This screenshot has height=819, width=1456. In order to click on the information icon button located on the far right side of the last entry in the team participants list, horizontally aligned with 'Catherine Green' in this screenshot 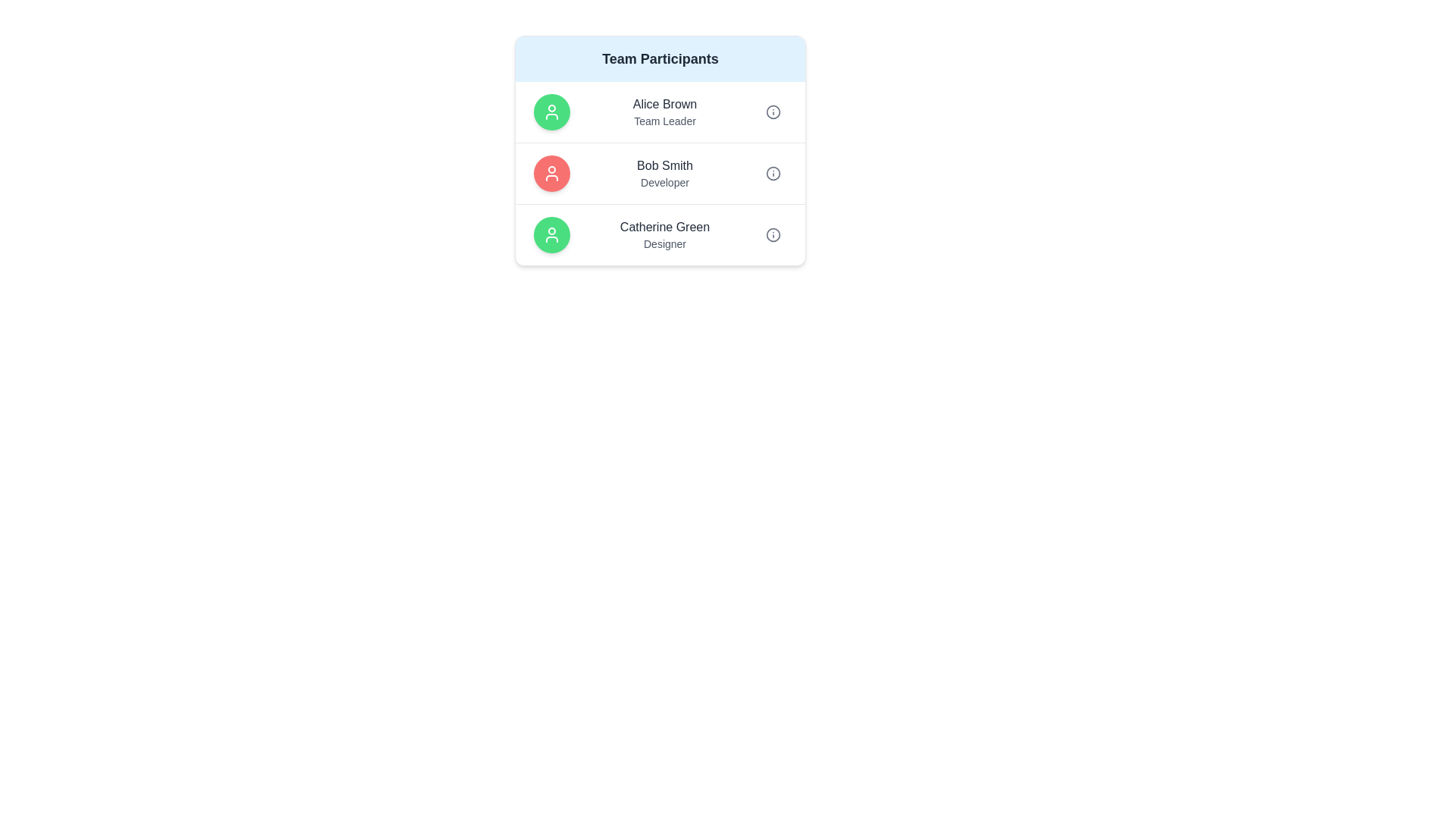, I will do `click(773, 234)`.